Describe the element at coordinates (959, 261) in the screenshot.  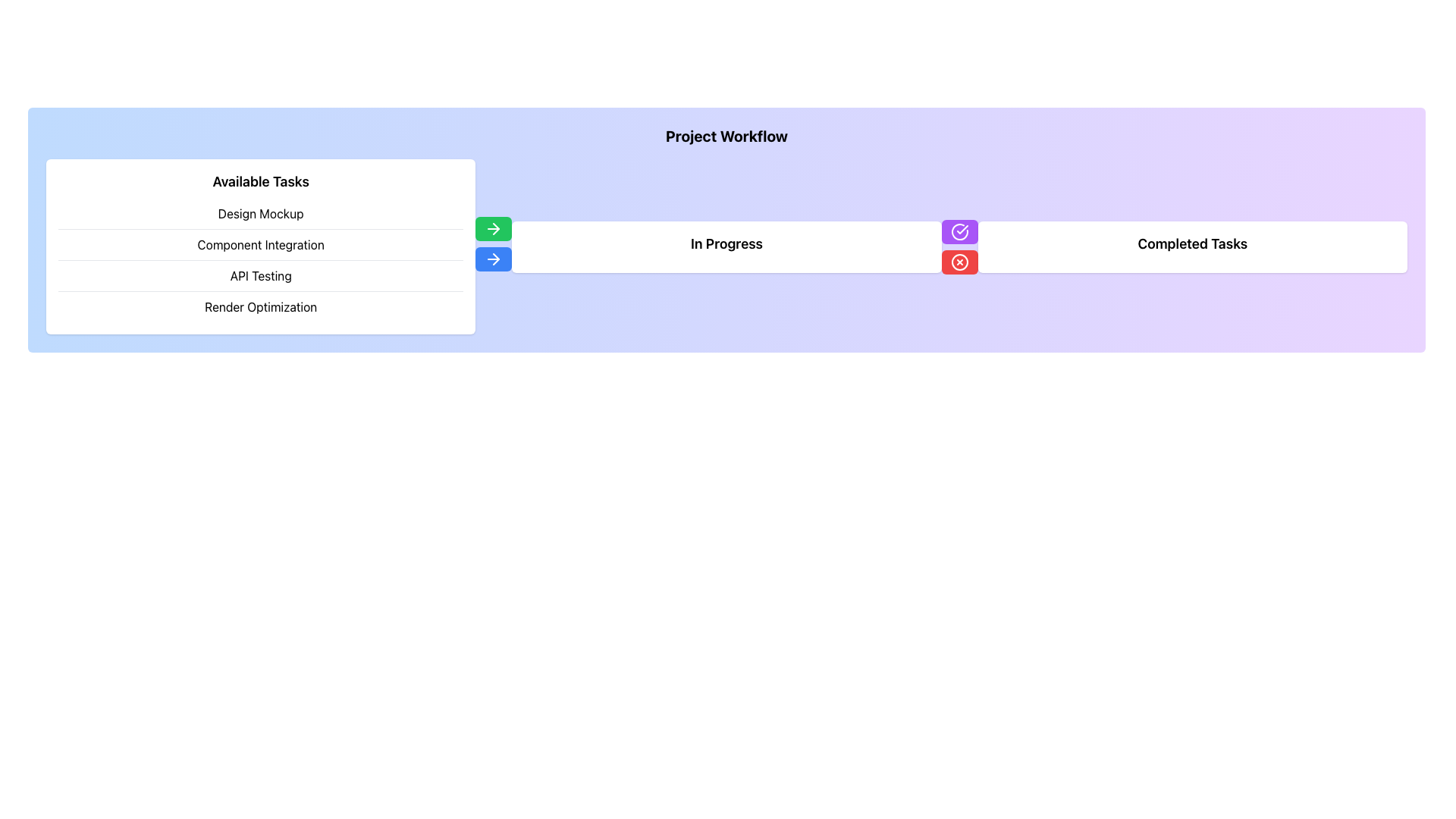
I see `the control button in the 'In Progress' section of the task workflow interface` at that location.